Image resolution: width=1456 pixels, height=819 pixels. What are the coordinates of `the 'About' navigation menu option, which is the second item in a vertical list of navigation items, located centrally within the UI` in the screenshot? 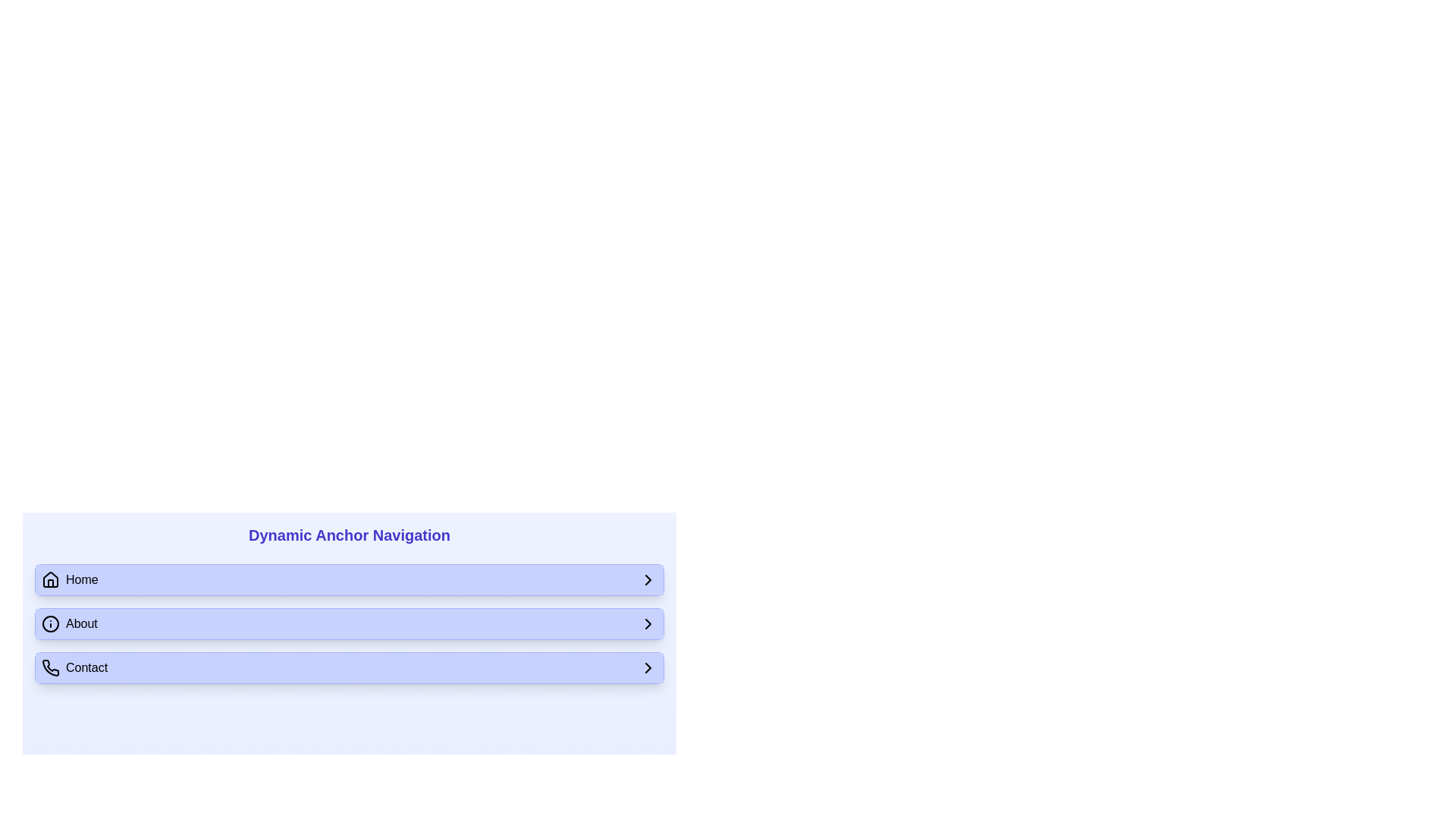 It's located at (348, 623).